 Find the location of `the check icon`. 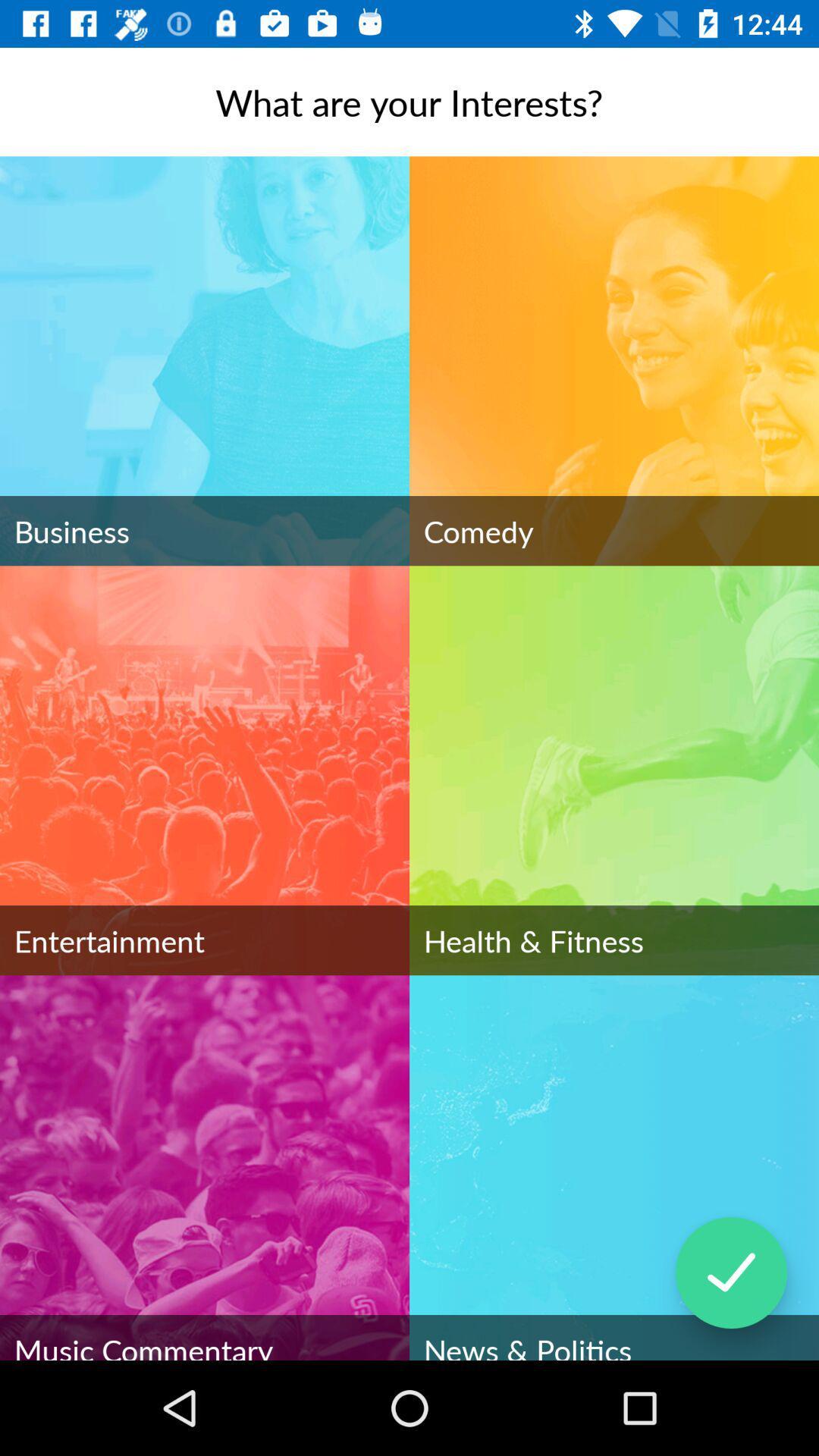

the check icon is located at coordinates (730, 1272).